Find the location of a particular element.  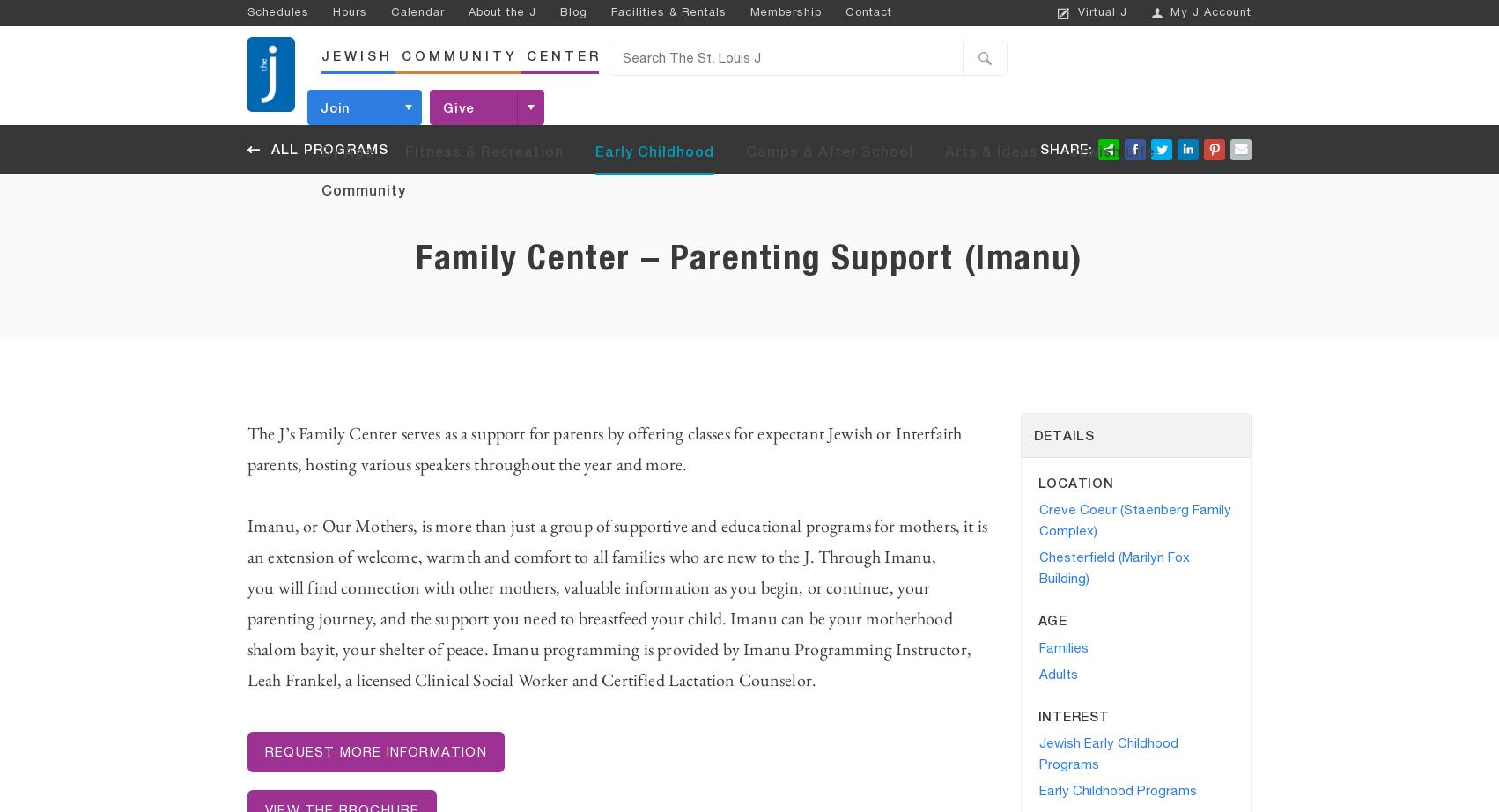

'All Programs' is located at coordinates (329, 150).